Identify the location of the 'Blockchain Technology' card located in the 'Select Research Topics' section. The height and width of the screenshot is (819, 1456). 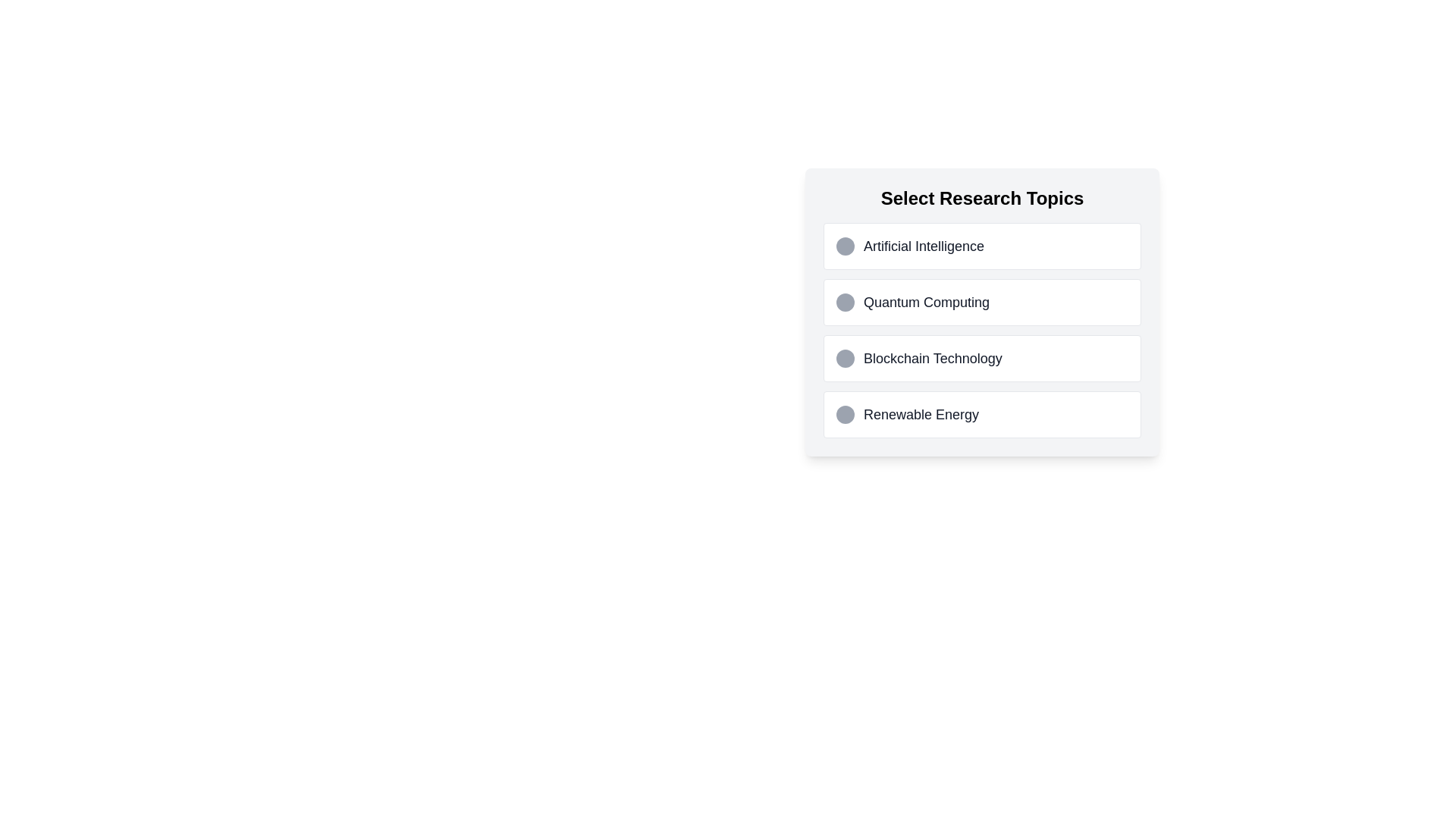
(982, 359).